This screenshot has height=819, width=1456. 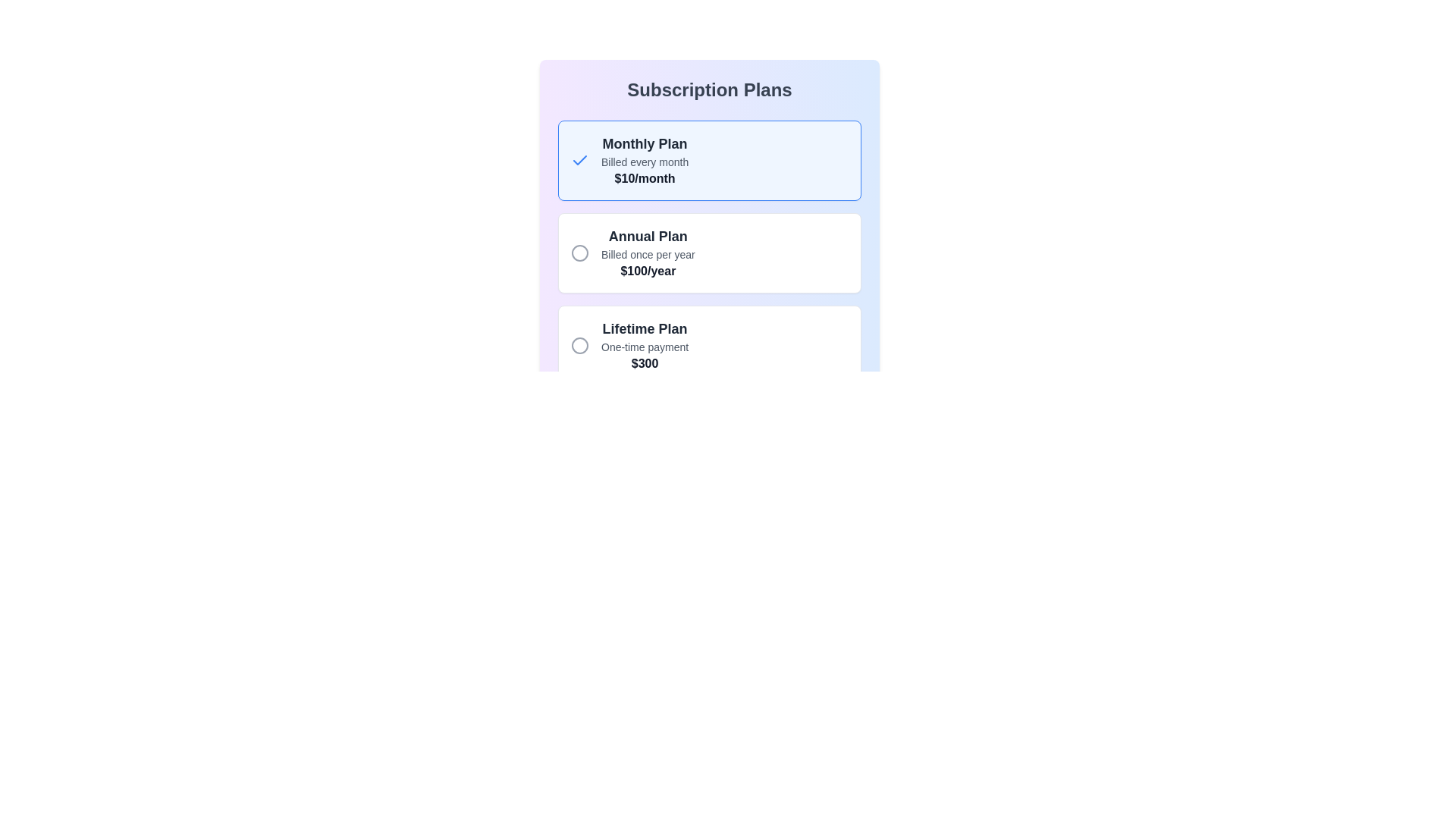 What do you see at coordinates (709, 253) in the screenshot?
I see `the selectable radio button within the 'Annual Plan' subscription option` at bounding box center [709, 253].